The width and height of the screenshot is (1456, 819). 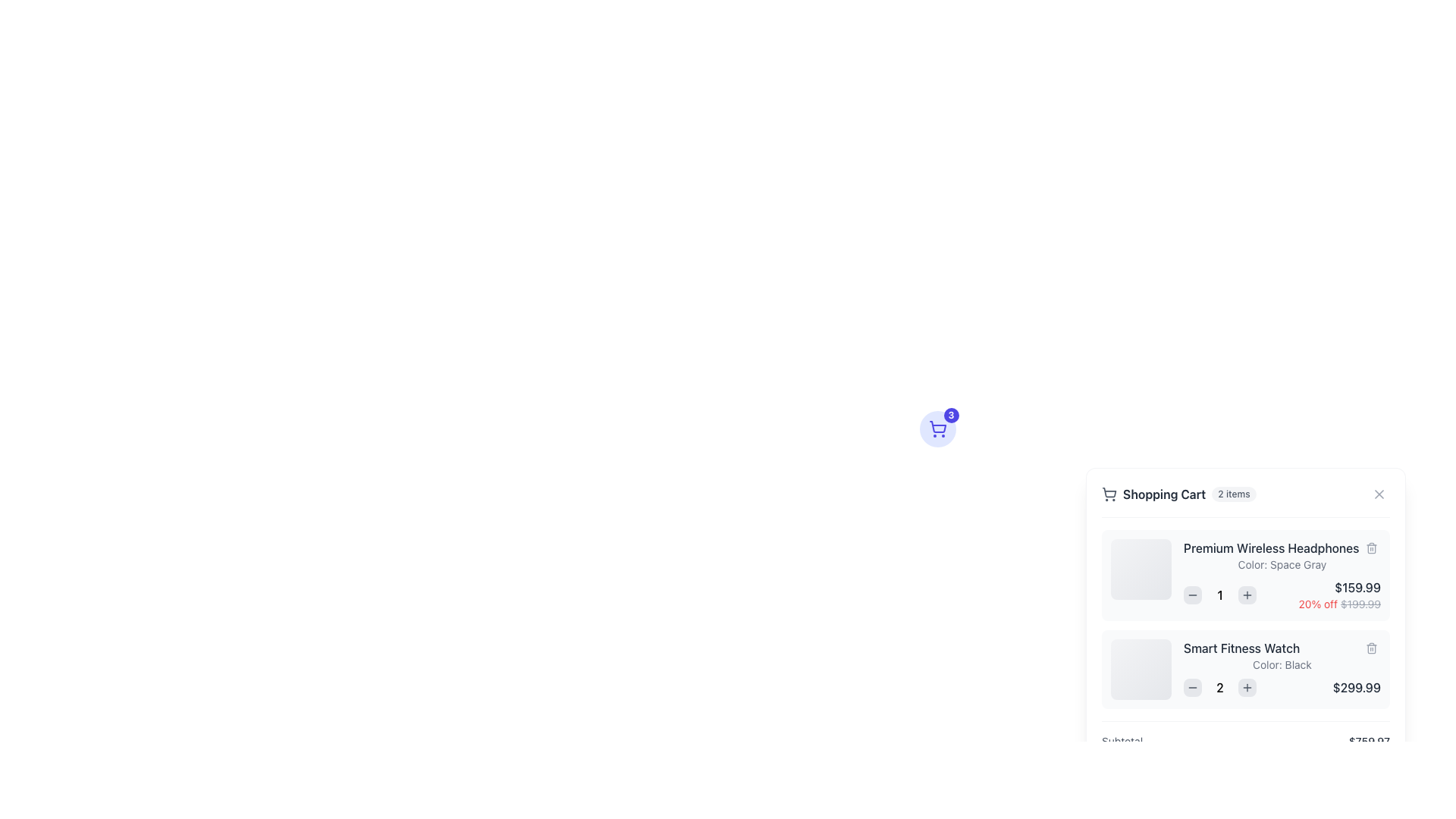 I want to click on the delete icon button for the 'Premium Wireless Headphones' in the shopping cart, so click(x=1372, y=648).